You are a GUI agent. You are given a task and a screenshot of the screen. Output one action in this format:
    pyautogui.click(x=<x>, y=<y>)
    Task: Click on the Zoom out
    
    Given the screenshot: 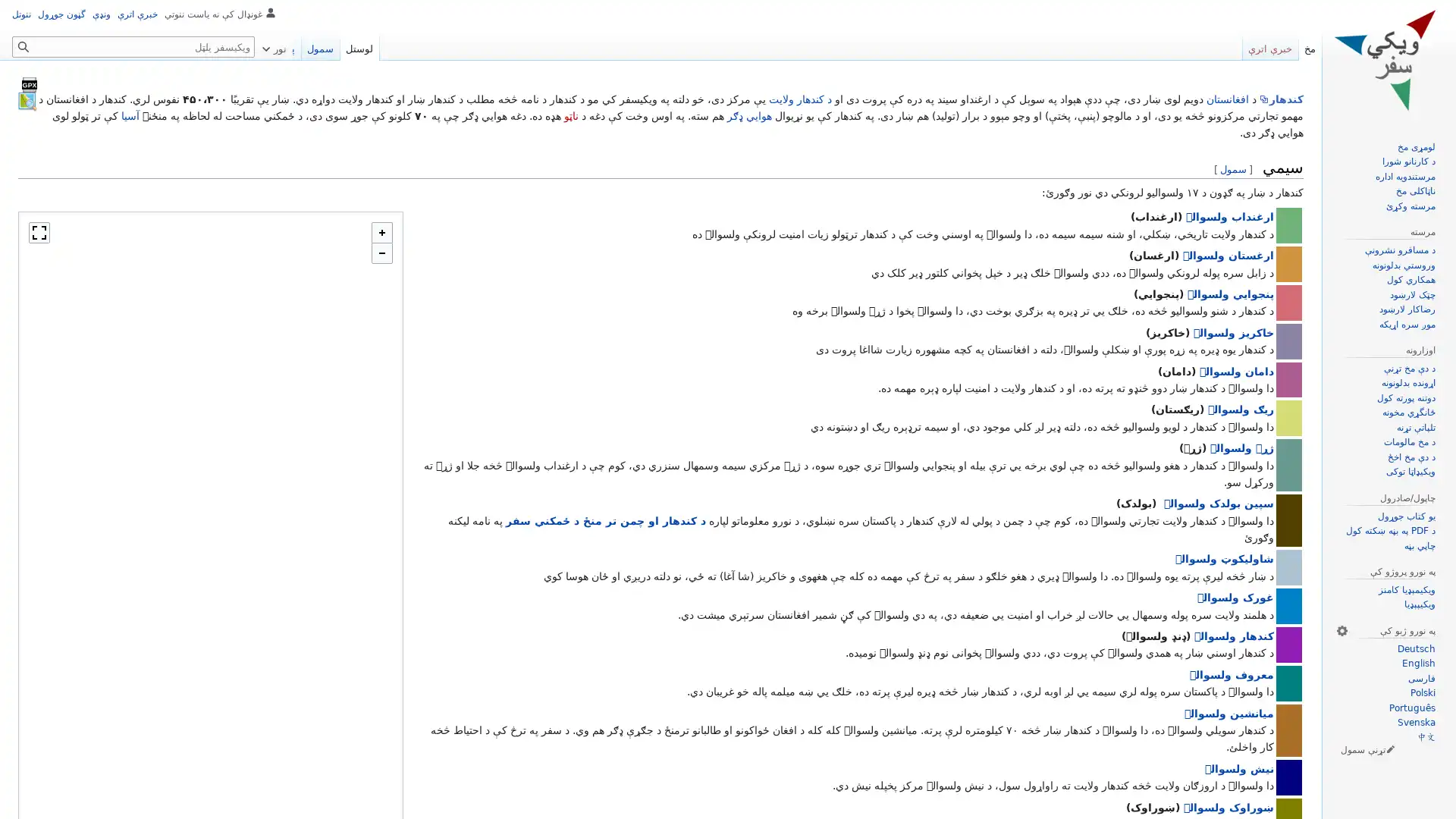 What is the action you would take?
    pyautogui.click(x=382, y=253)
    